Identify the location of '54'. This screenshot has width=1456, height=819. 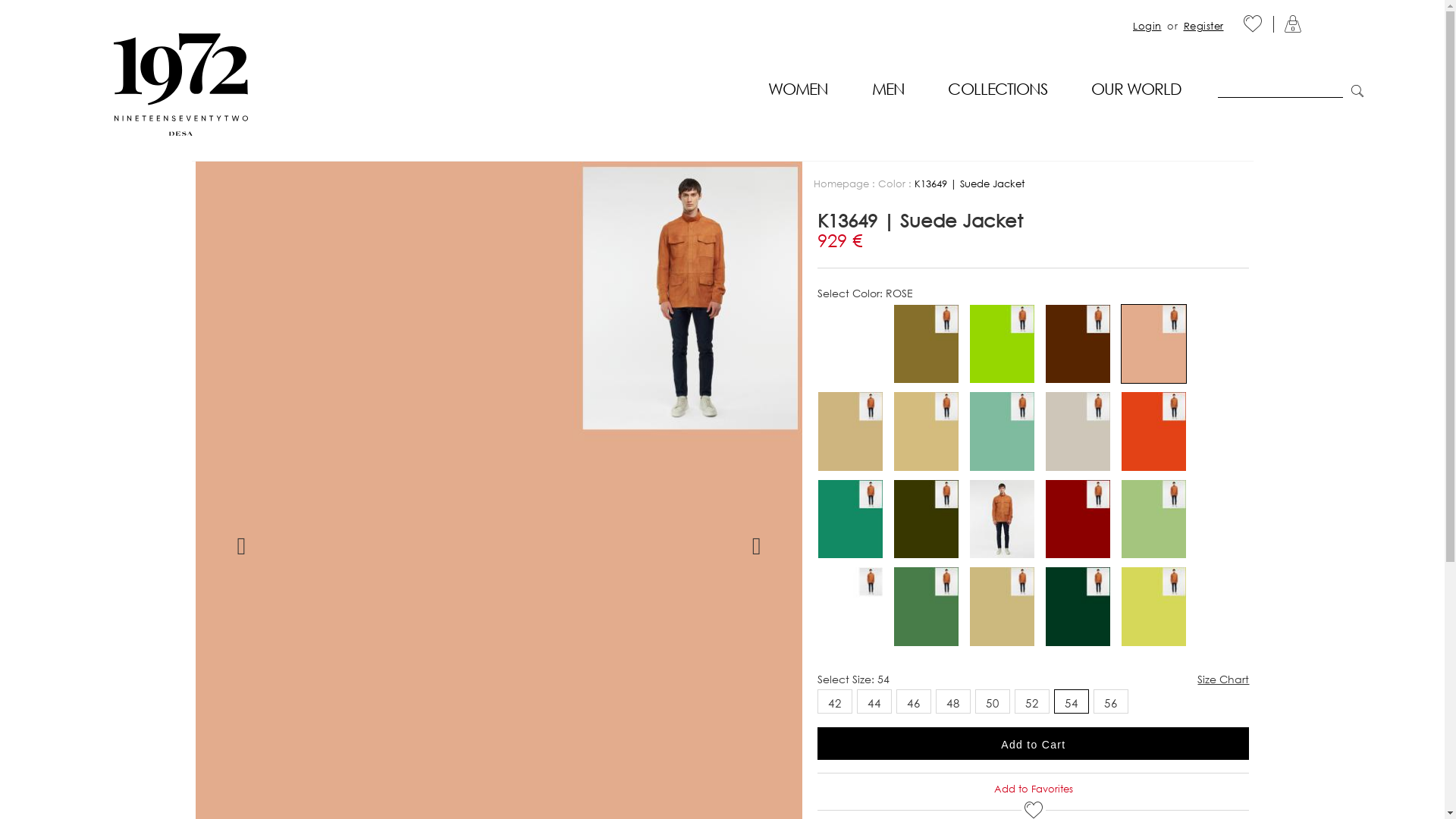
(1070, 701).